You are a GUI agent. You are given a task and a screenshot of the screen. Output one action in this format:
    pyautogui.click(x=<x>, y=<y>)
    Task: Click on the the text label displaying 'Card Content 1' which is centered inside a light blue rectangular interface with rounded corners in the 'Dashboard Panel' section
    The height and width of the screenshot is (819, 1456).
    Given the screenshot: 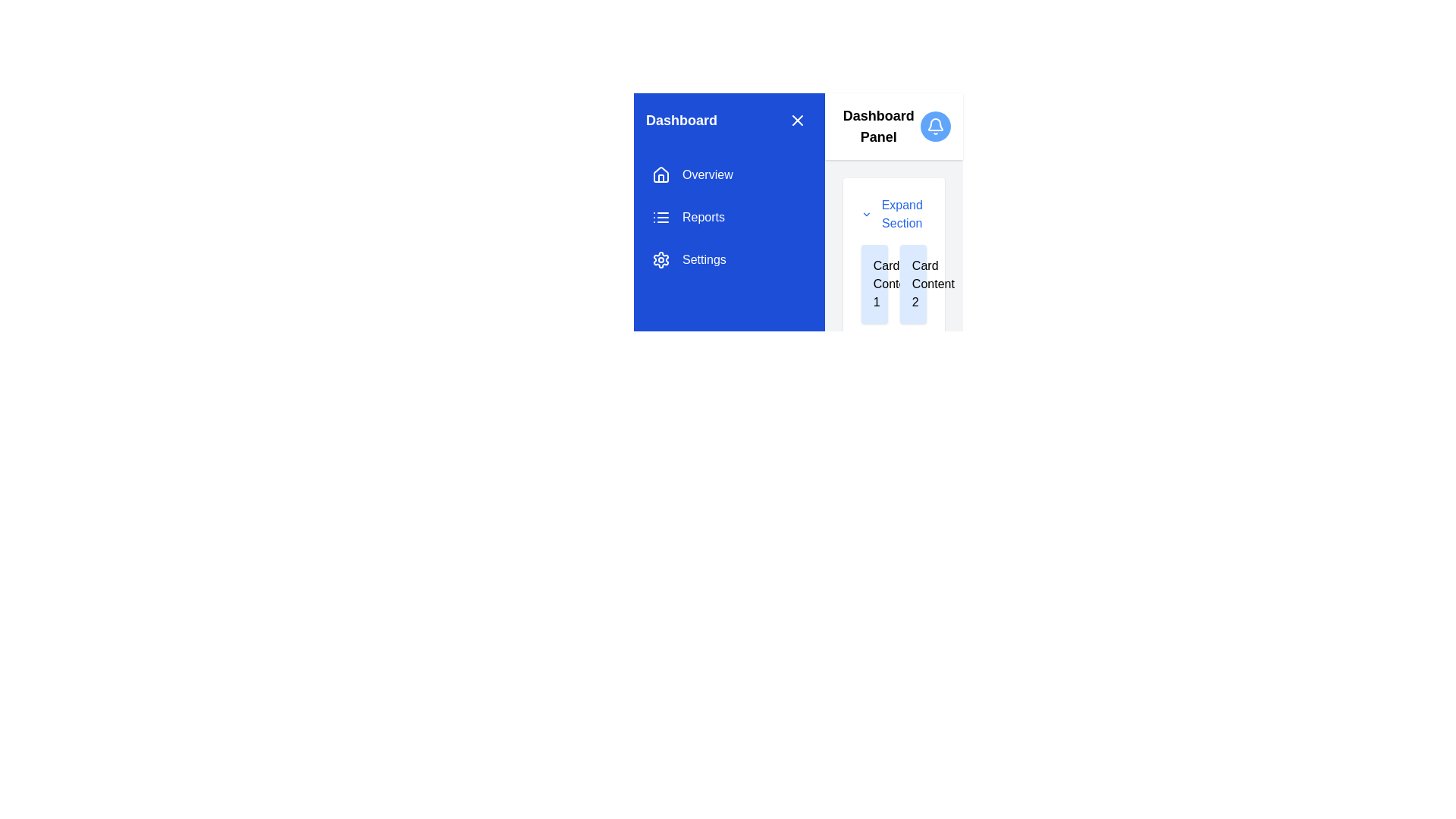 What is the action you would take?
    pyautogui.click(x=874, y=284)
    